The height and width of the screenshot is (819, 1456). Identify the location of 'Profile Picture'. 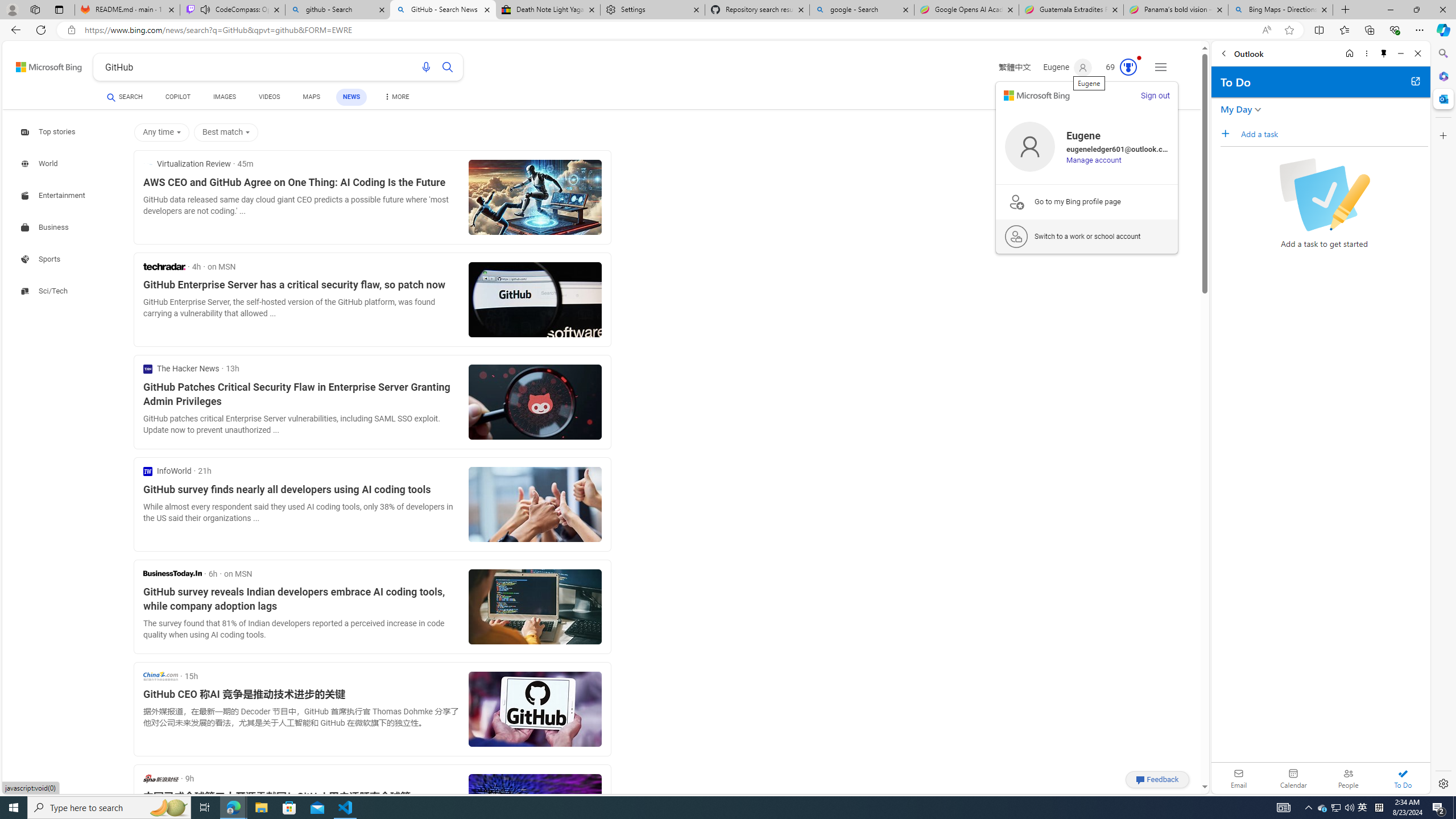
(1029, 146).